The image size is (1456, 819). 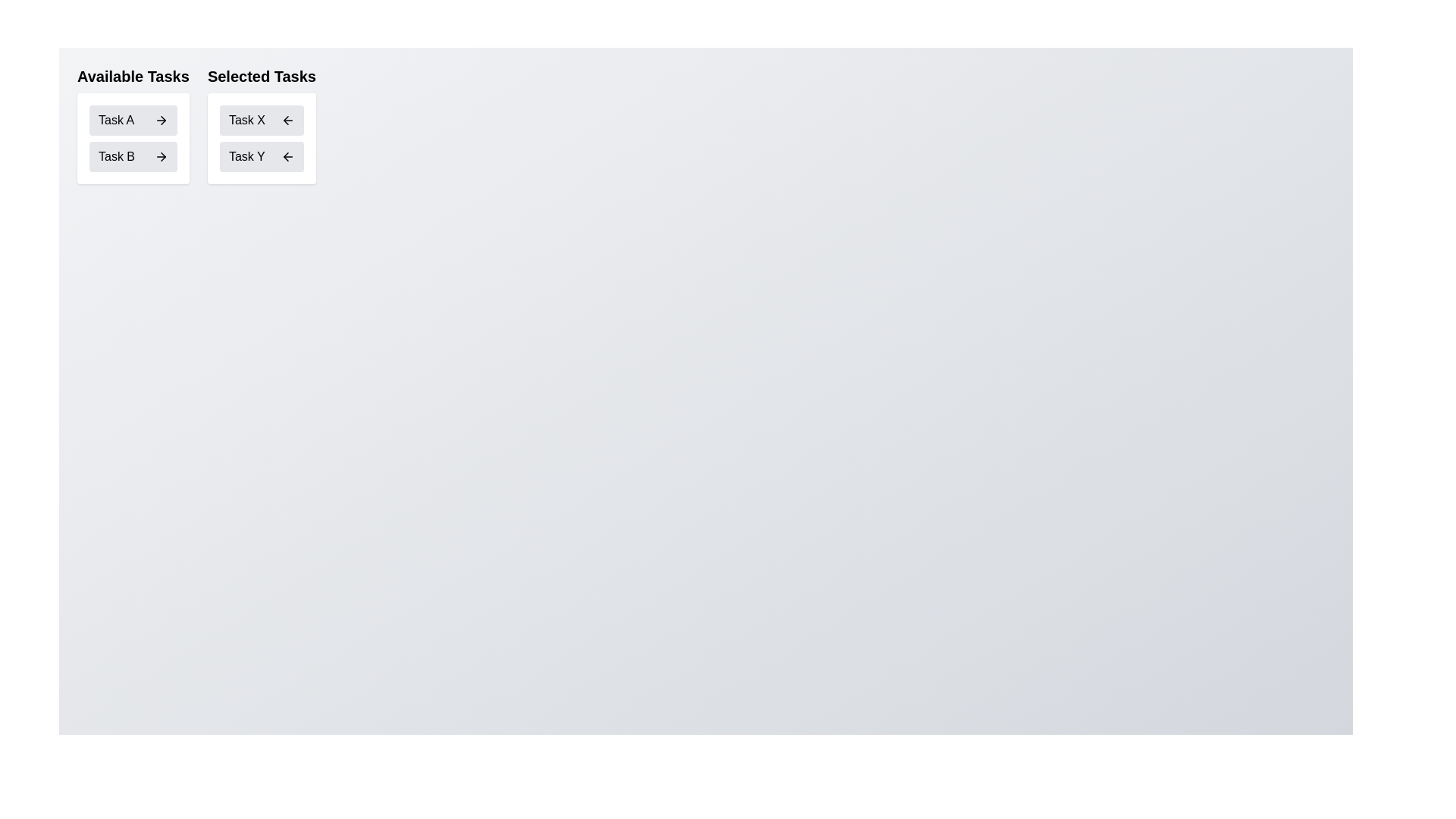 What do you see at coordinates (115, 119) in the screenshot?
I see `the container of the task text to select or highlight it` at bounding box center [115, 119].